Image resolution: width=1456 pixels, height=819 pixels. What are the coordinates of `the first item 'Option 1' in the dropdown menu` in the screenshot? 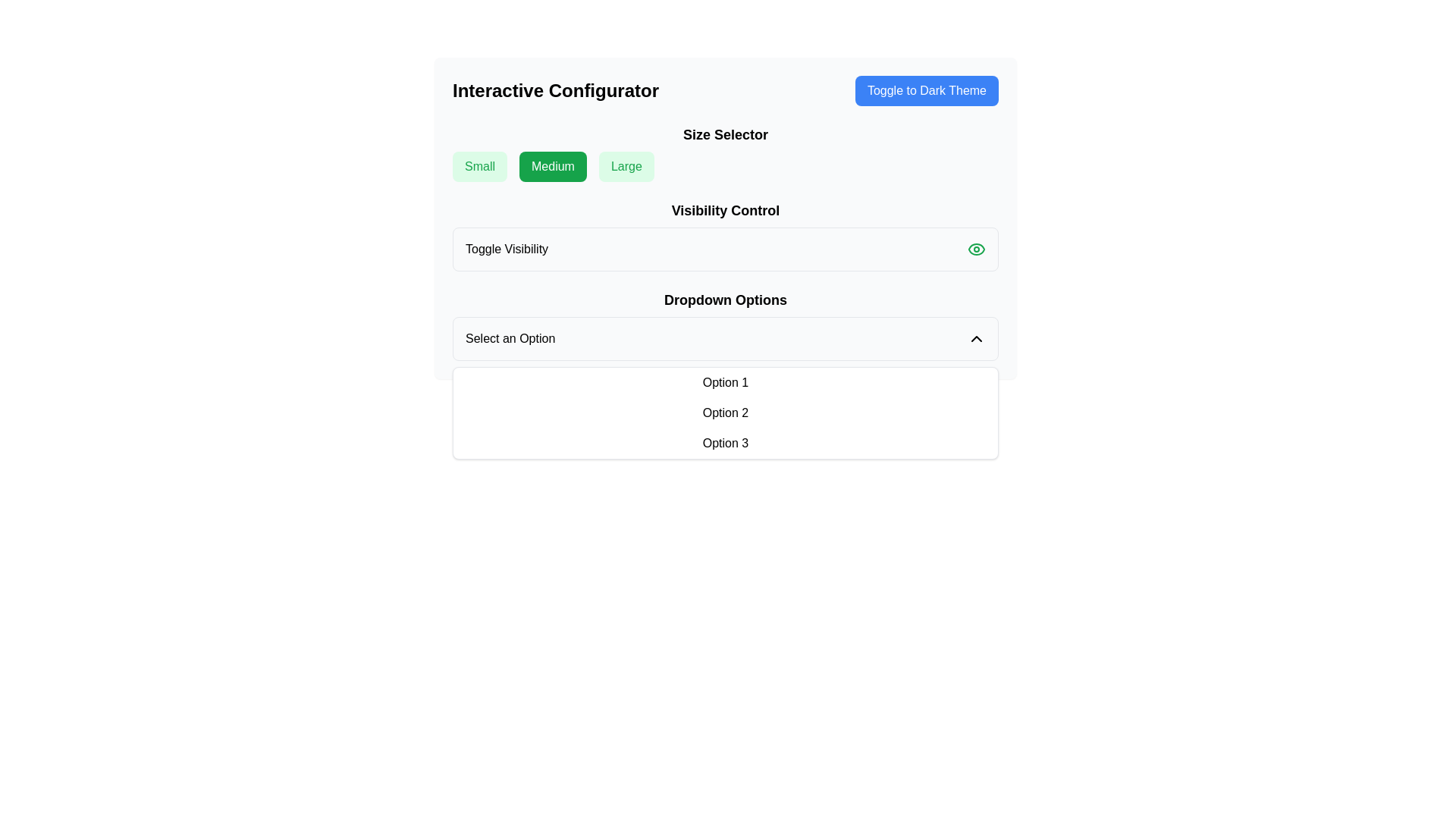 It's located at (724, 382).